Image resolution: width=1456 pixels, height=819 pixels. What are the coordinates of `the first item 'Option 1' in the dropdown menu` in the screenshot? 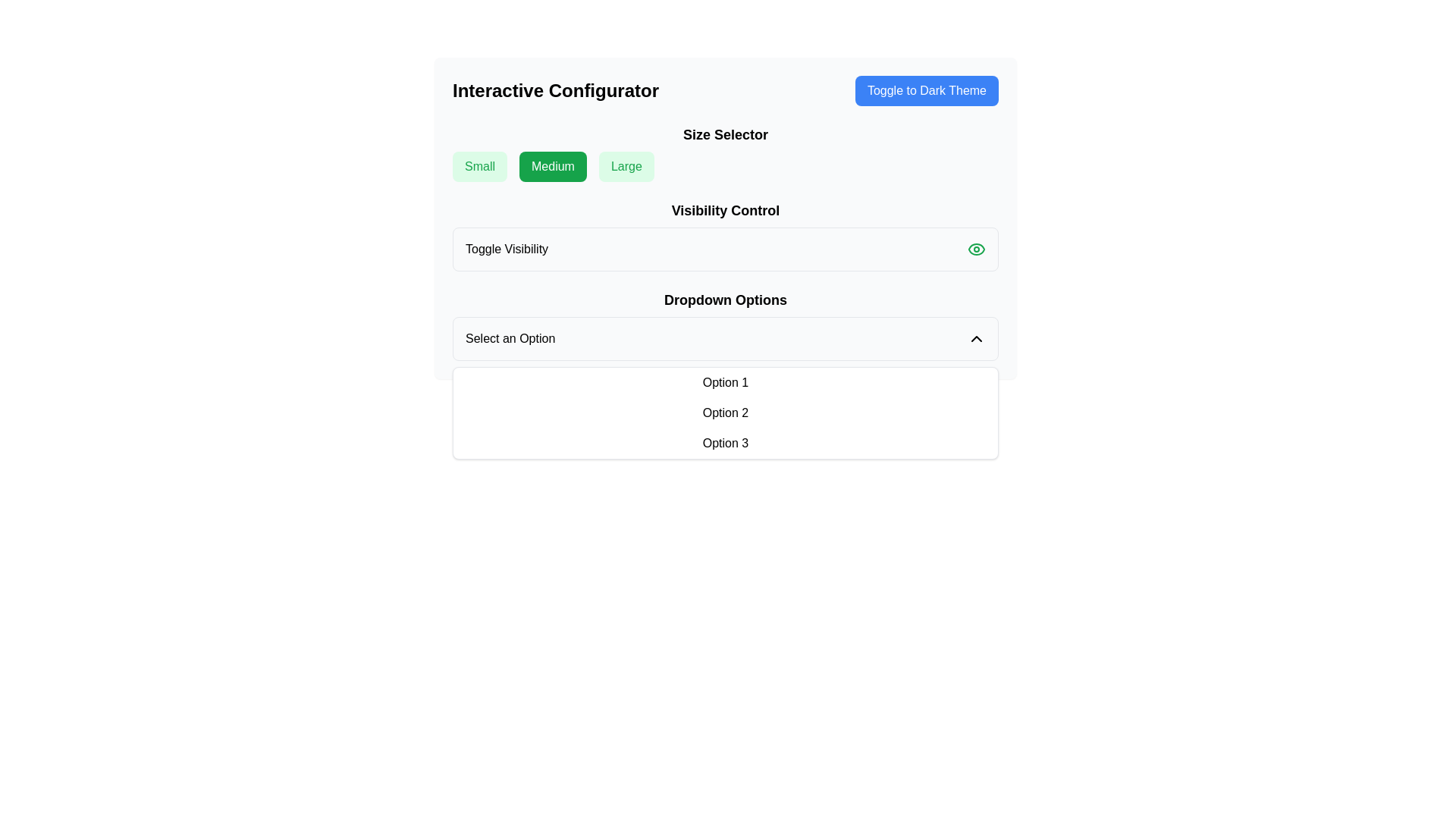 It's located at (724, 382).